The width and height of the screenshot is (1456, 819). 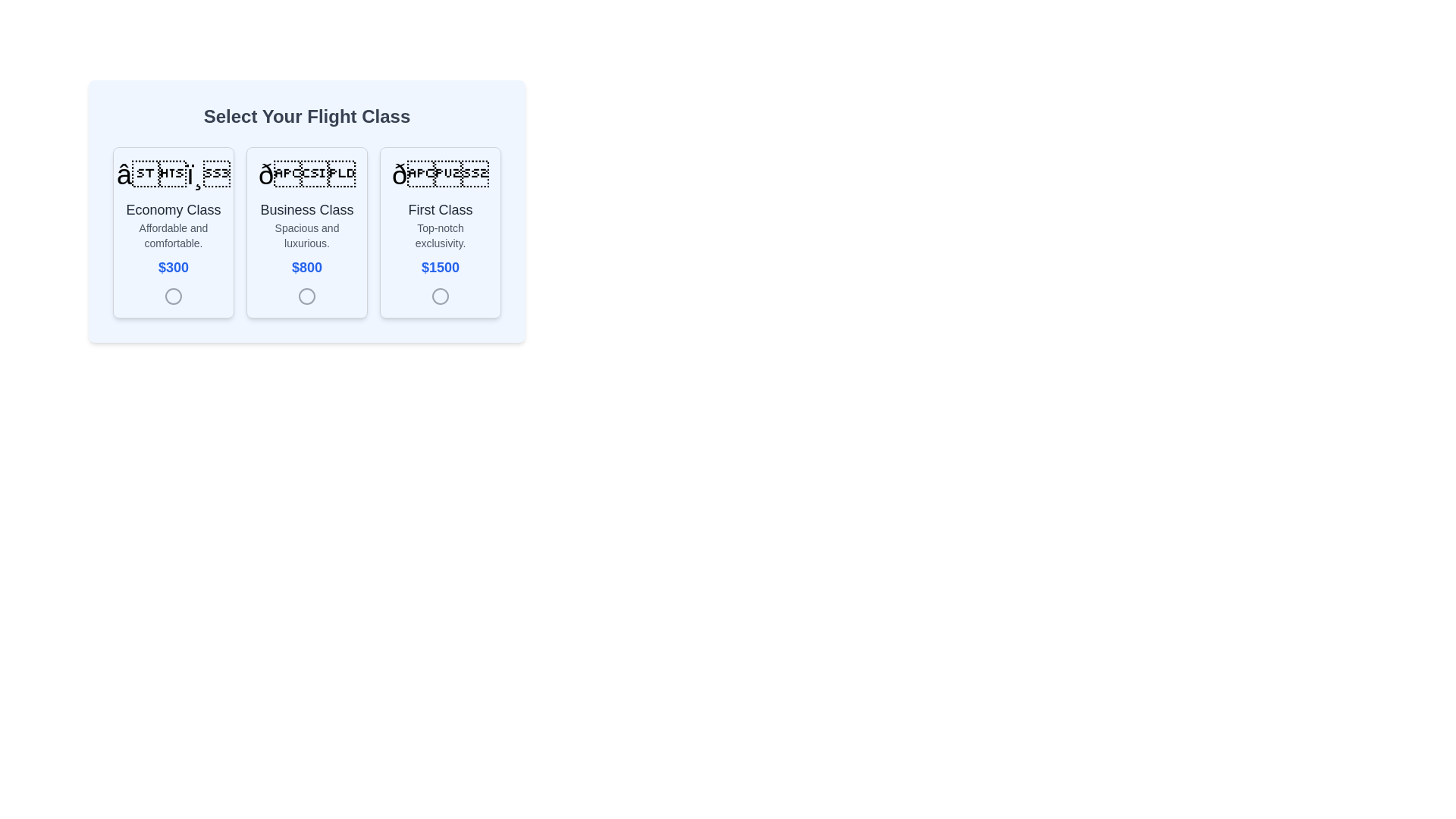 I want to click on the Text Label that provides additional information about the 'First Class' flight option, located below the title 'First Class' and above the price '$1500', so click(x=439, y=236).